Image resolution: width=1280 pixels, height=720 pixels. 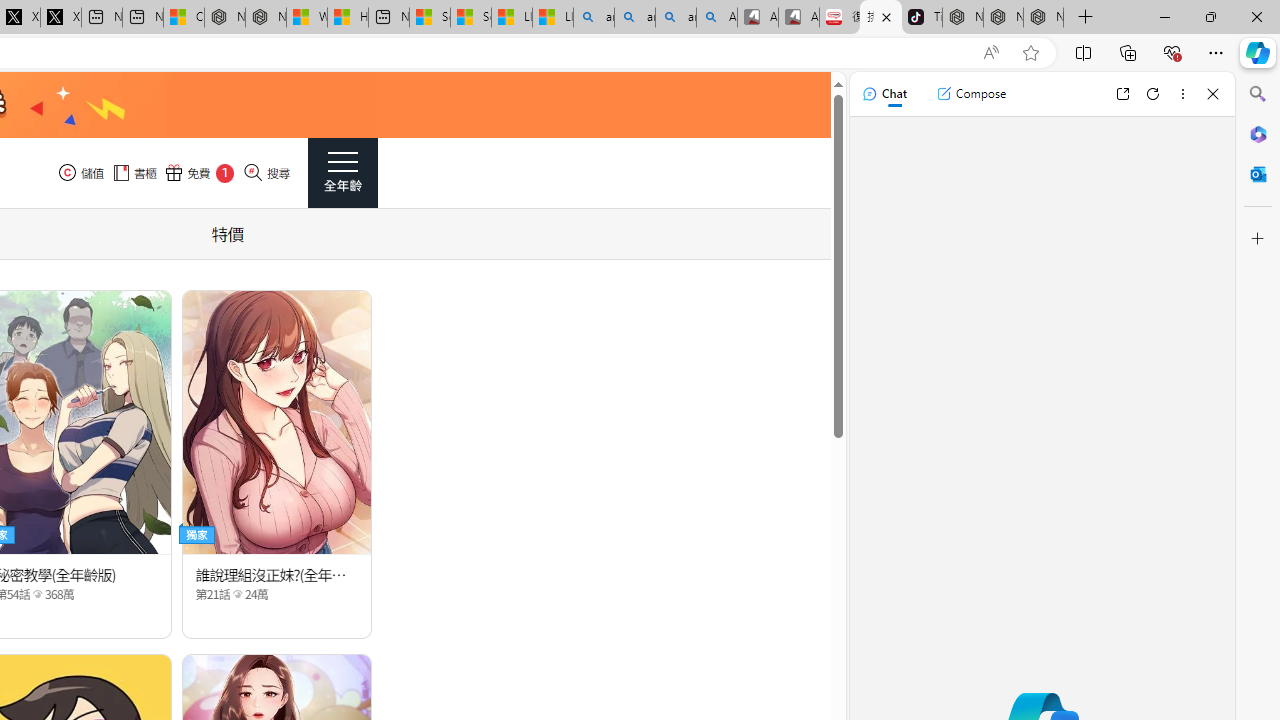 What do you see at coordinates (717, 17) in the screenshot?
I see `'Amazon Echo Robot - Search Images'` at bounding box center [717, 17].